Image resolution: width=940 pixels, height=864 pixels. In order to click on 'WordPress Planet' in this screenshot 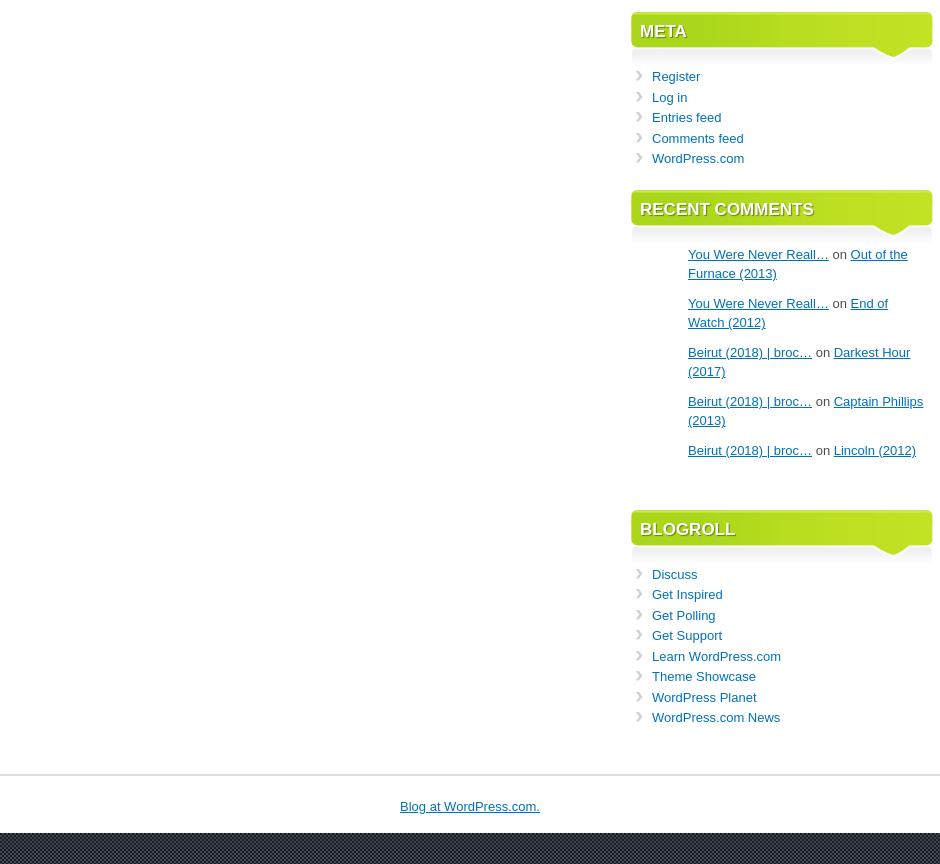, I will do `click(702, 696)`.